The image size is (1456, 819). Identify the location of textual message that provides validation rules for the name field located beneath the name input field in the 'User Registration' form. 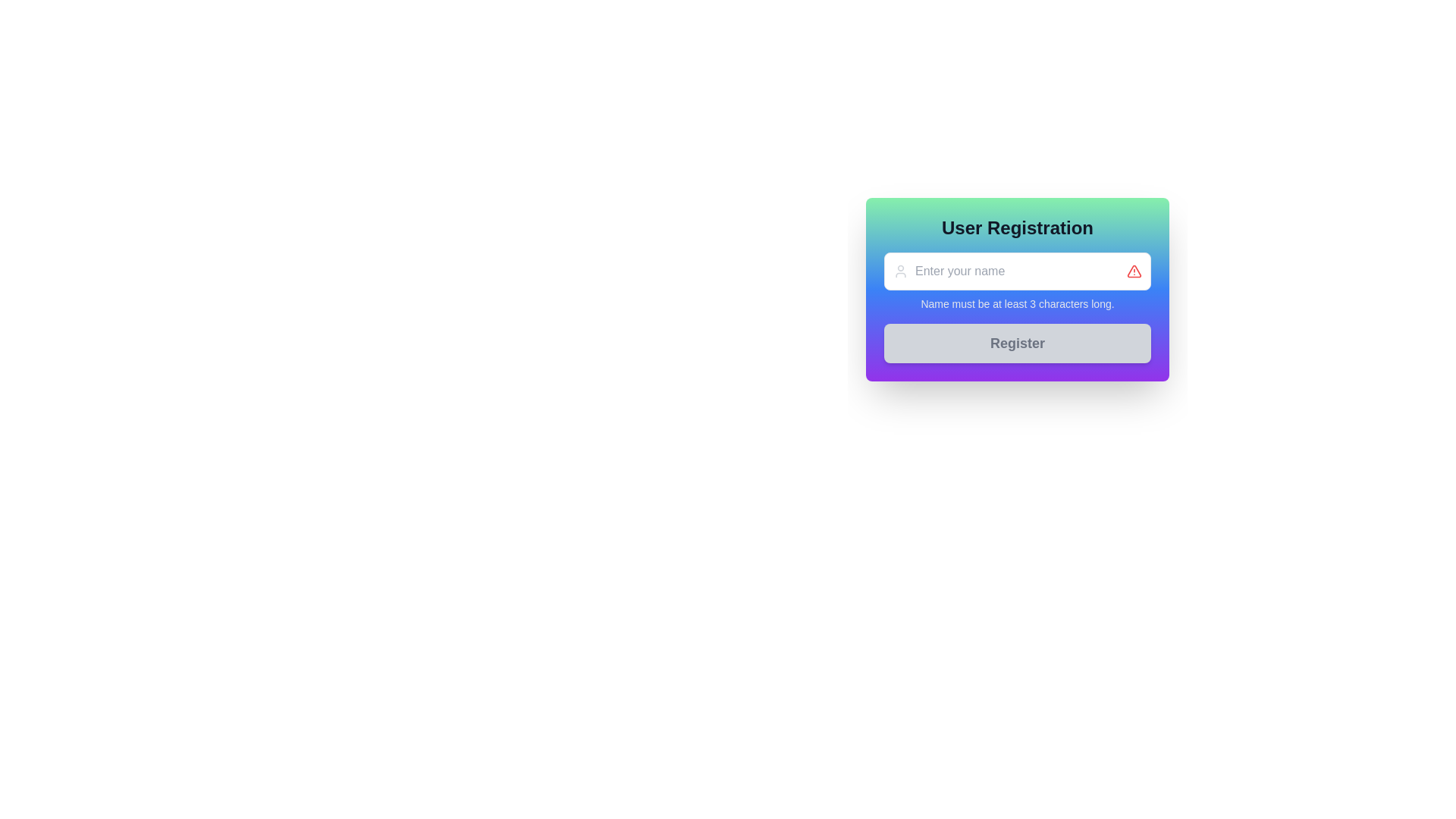
(1018, 304).